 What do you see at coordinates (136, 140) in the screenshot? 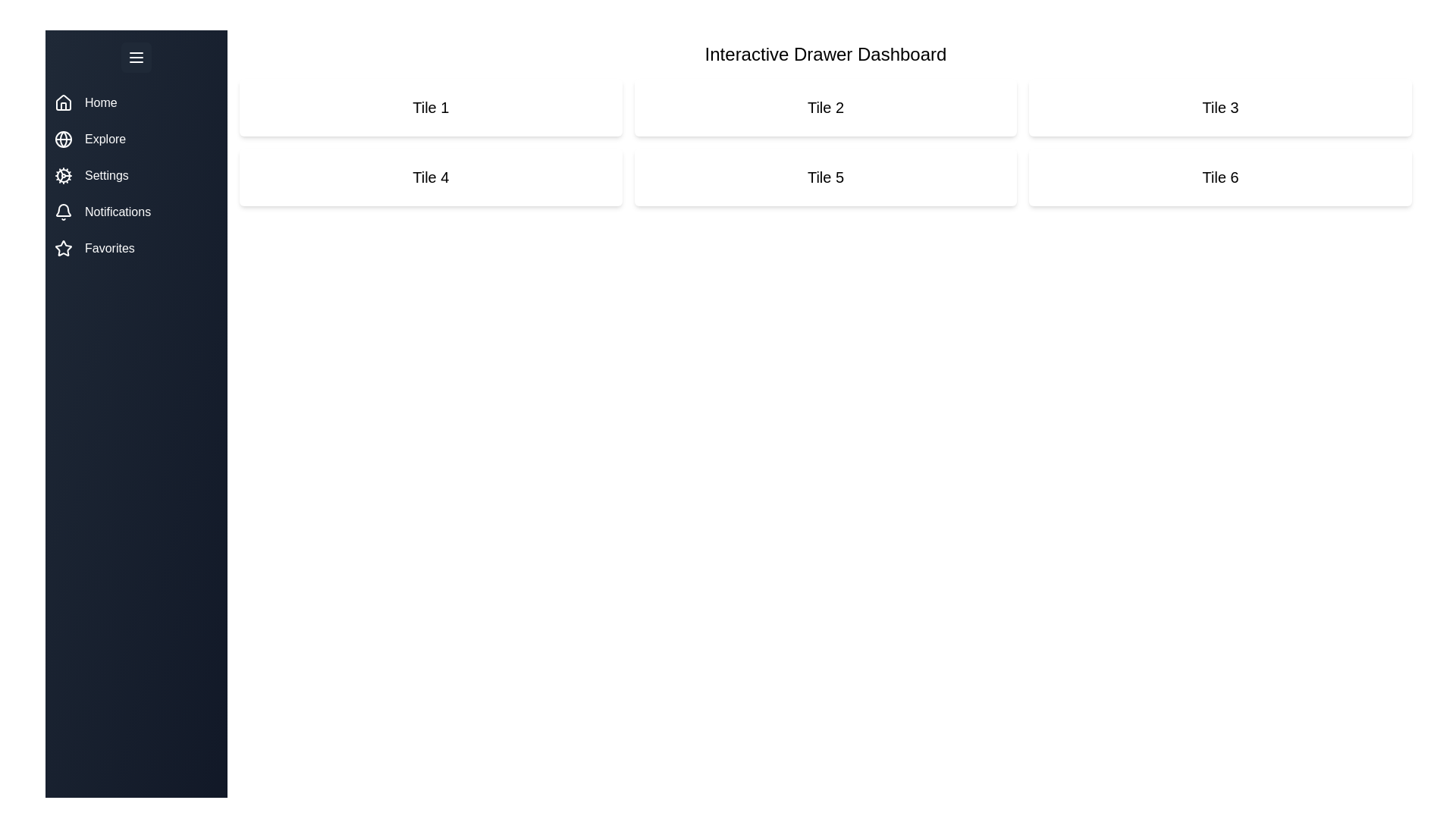
I see `the navigation item Explore to see its hover effect` at bounding box center [136, 140].